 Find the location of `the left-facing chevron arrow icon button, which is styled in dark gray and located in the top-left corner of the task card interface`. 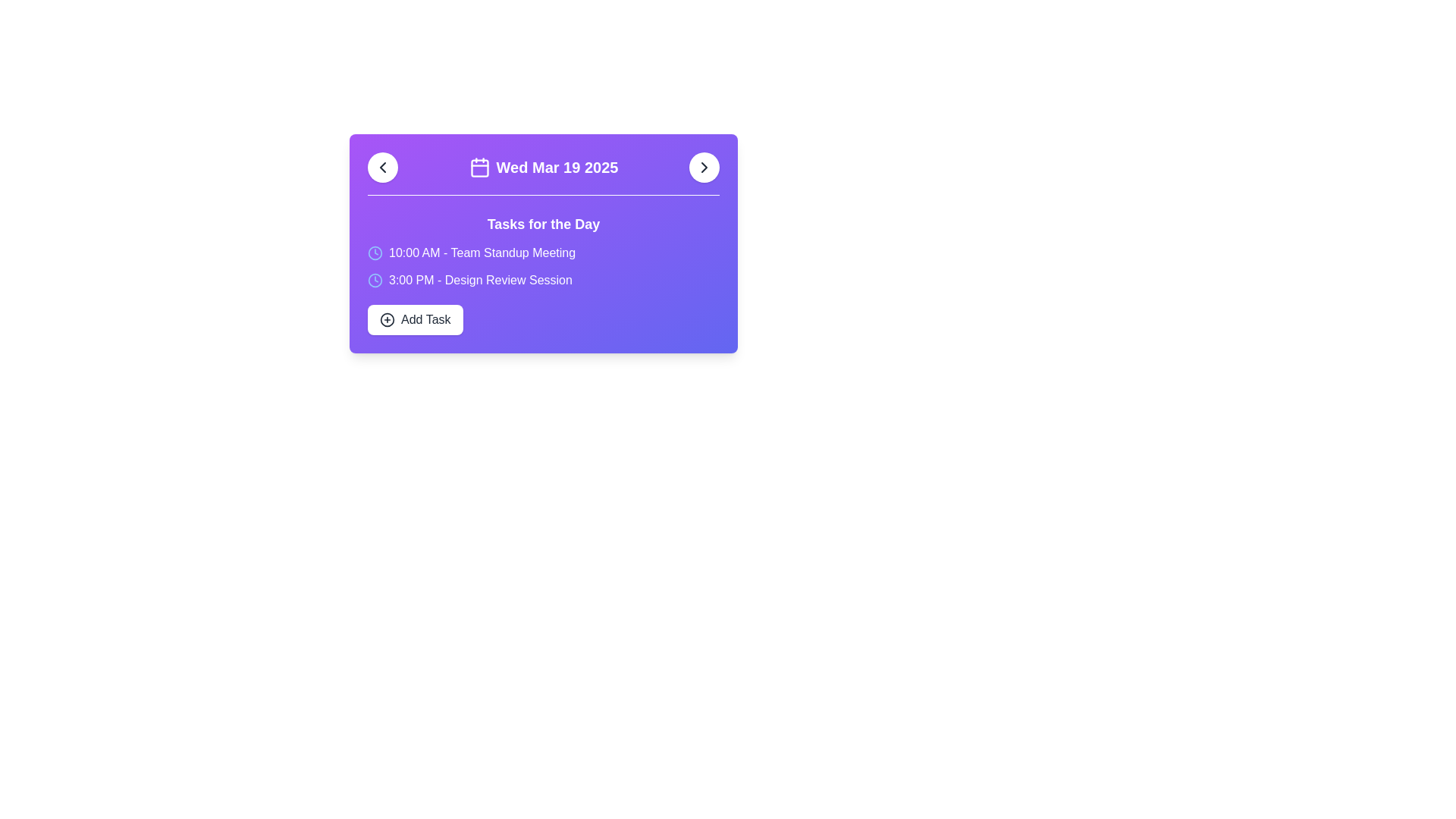

the left-facing chevron arrow icon button, which is styled in dark gray and located in the top-left corner of the task card interface is located at coordinates (382, 167).